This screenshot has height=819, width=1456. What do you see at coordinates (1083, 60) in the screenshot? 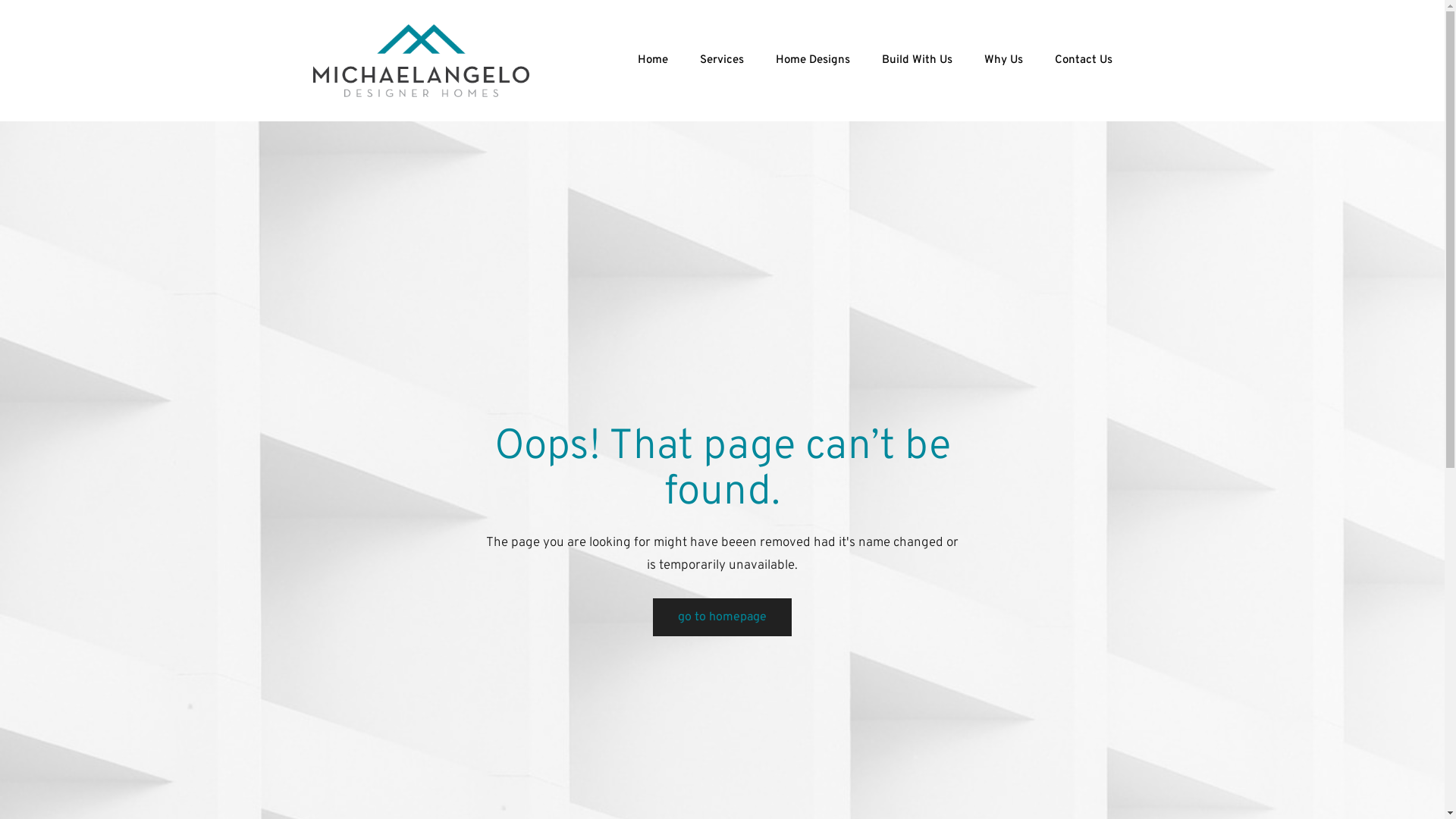
I see `'Contact Us'` at bounding box center [1083, 60].